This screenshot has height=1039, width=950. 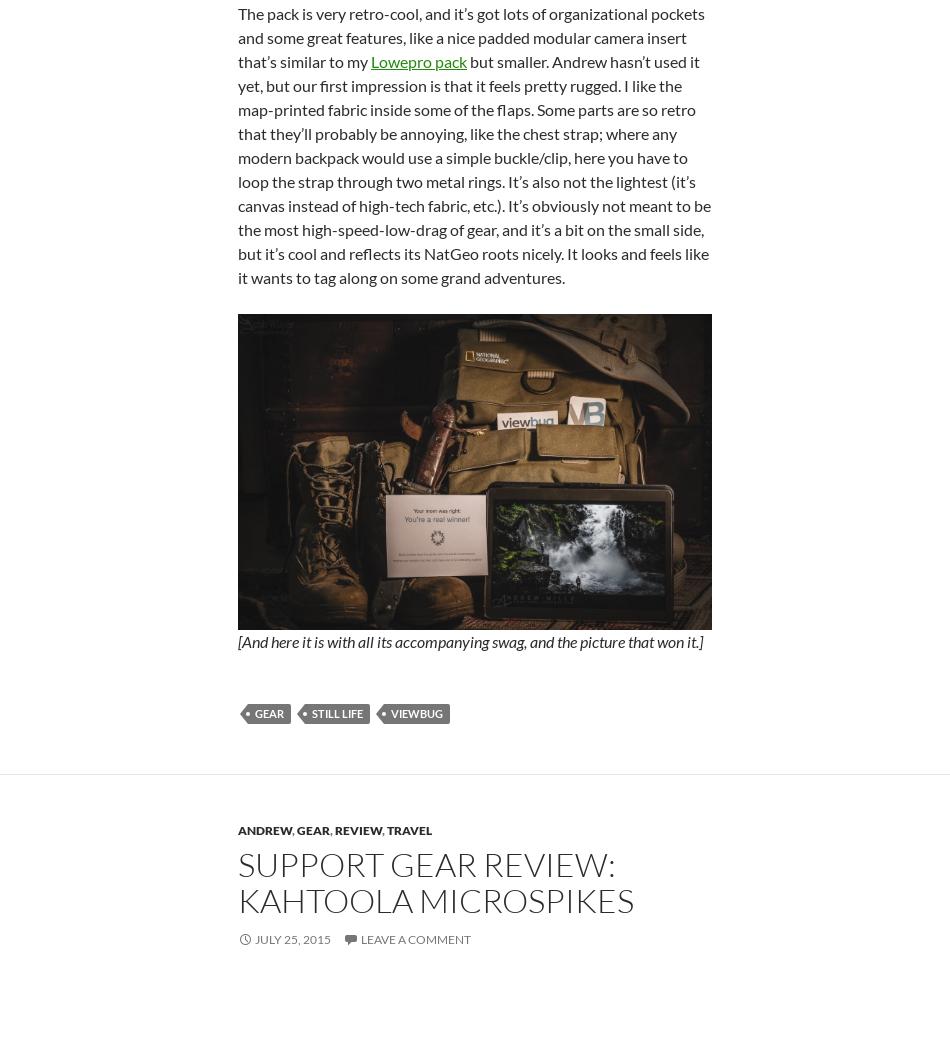 What do you see at coordinates (415, 712) in the screenshot?
I see `'viewbug'` at bounding box center [415, 712].